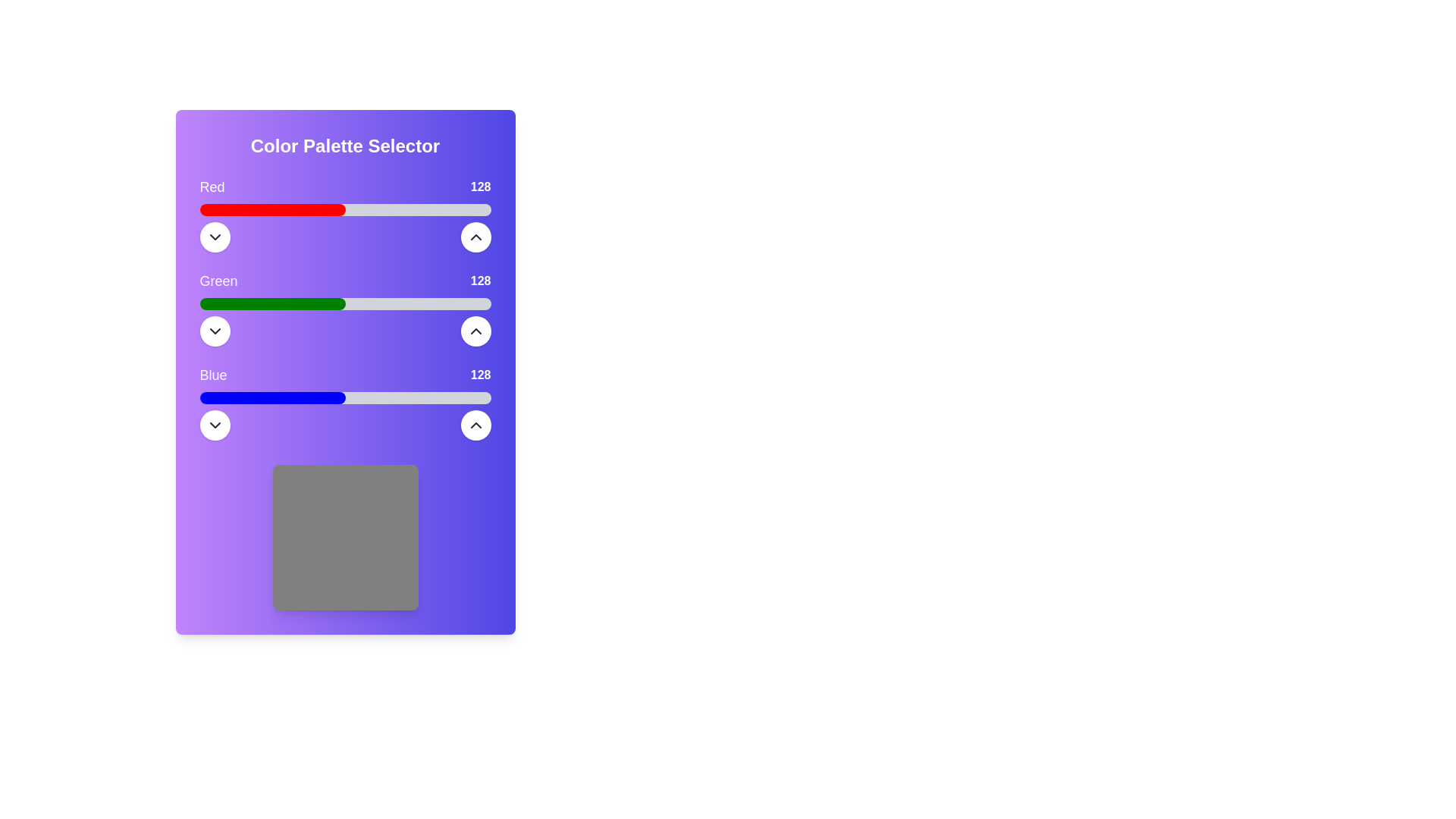 The width and height of the screenshot is (1456, 819). What do you see at coordinates (475, 237) in the screenshot?
I see `the last button located to the right of the 'Red' color slider to increase the associated value` at bounding box center [475, 237].